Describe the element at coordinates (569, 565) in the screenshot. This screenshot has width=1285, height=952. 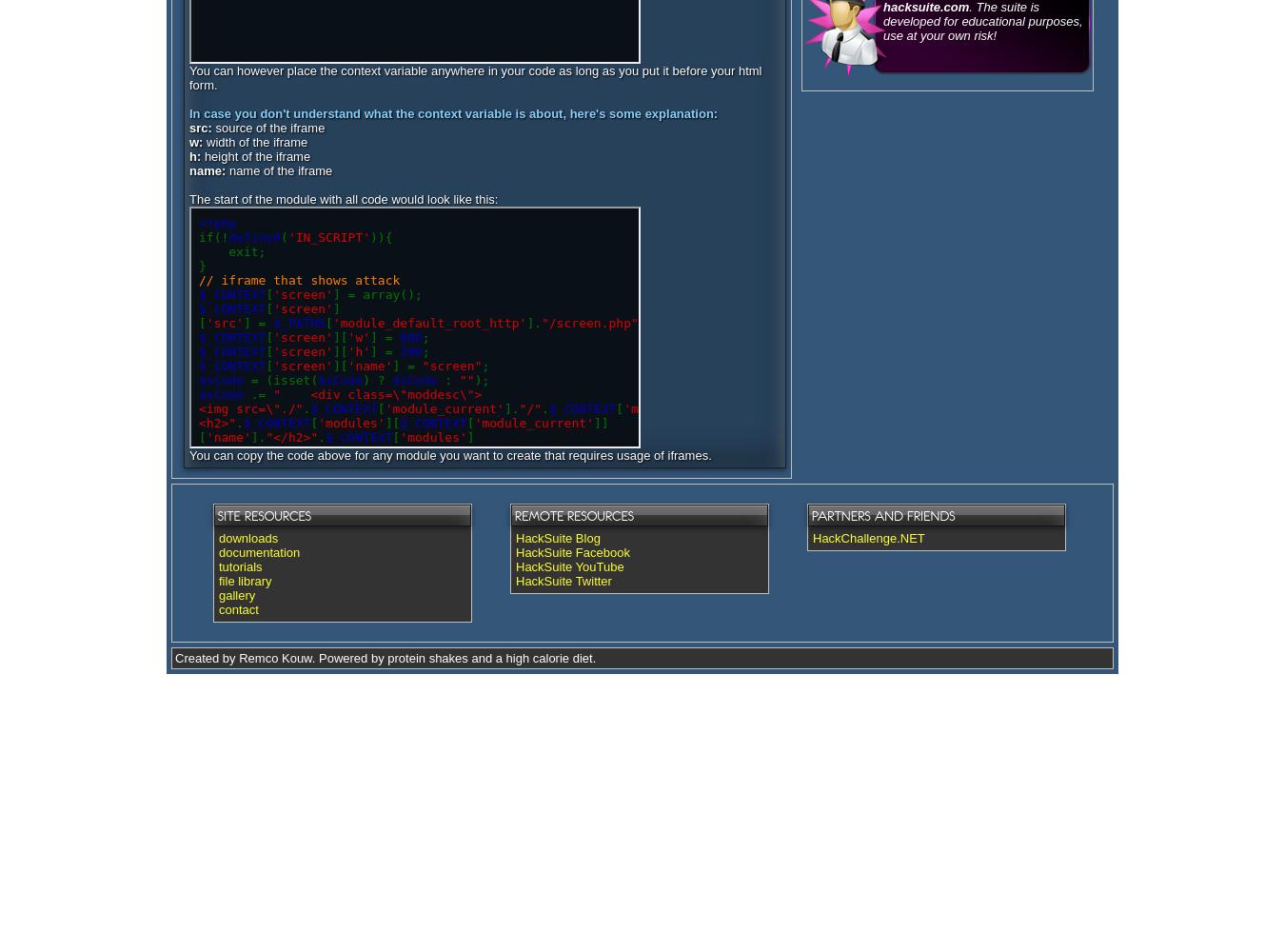
I see `'HackSuite YouTube'` at that location.